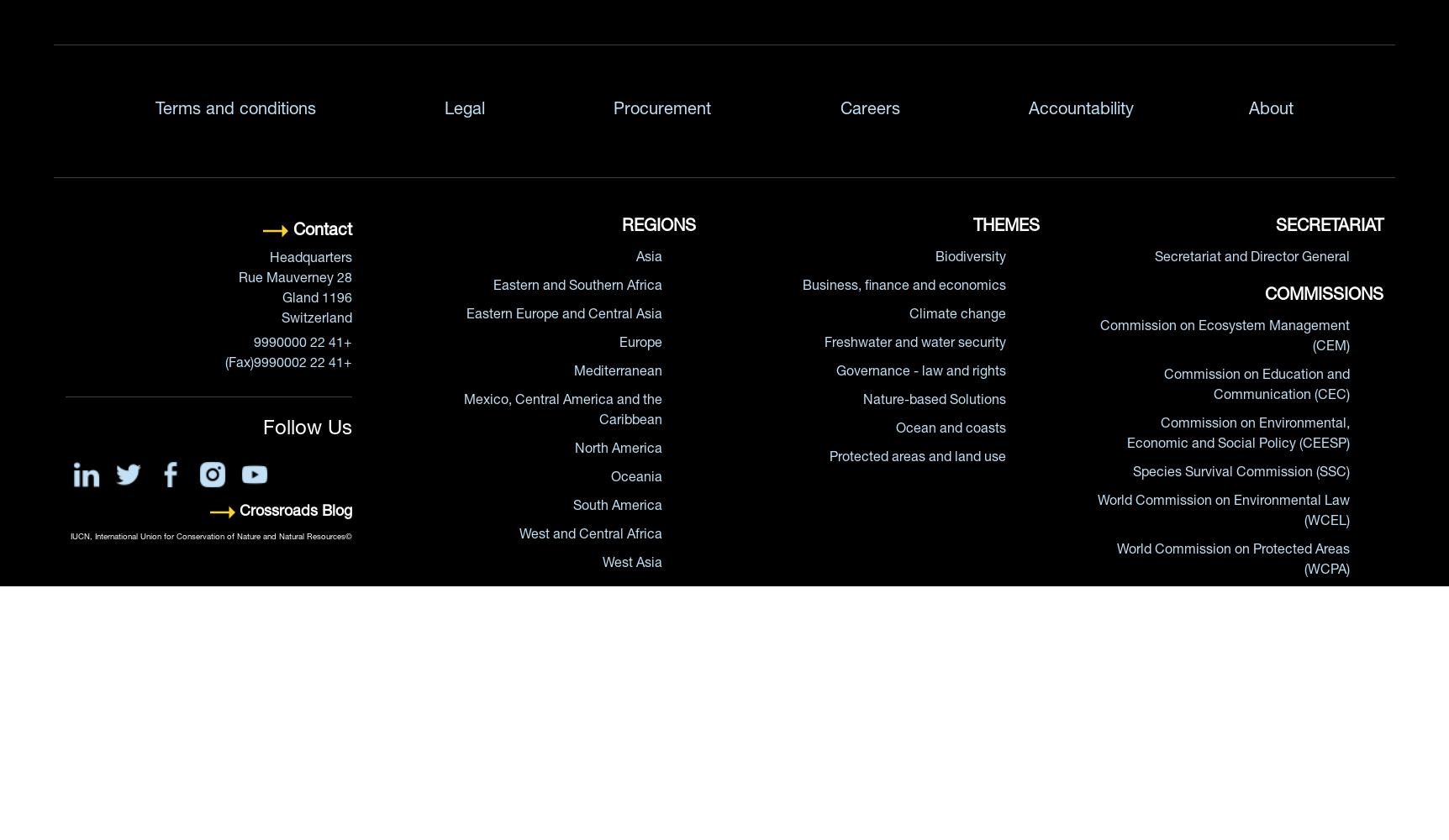 The height and width of the screenshot is (840, 1449). Describe the element at coordinates (970, 259) in the screenshot. I see `'Biodiversity'` at that location.